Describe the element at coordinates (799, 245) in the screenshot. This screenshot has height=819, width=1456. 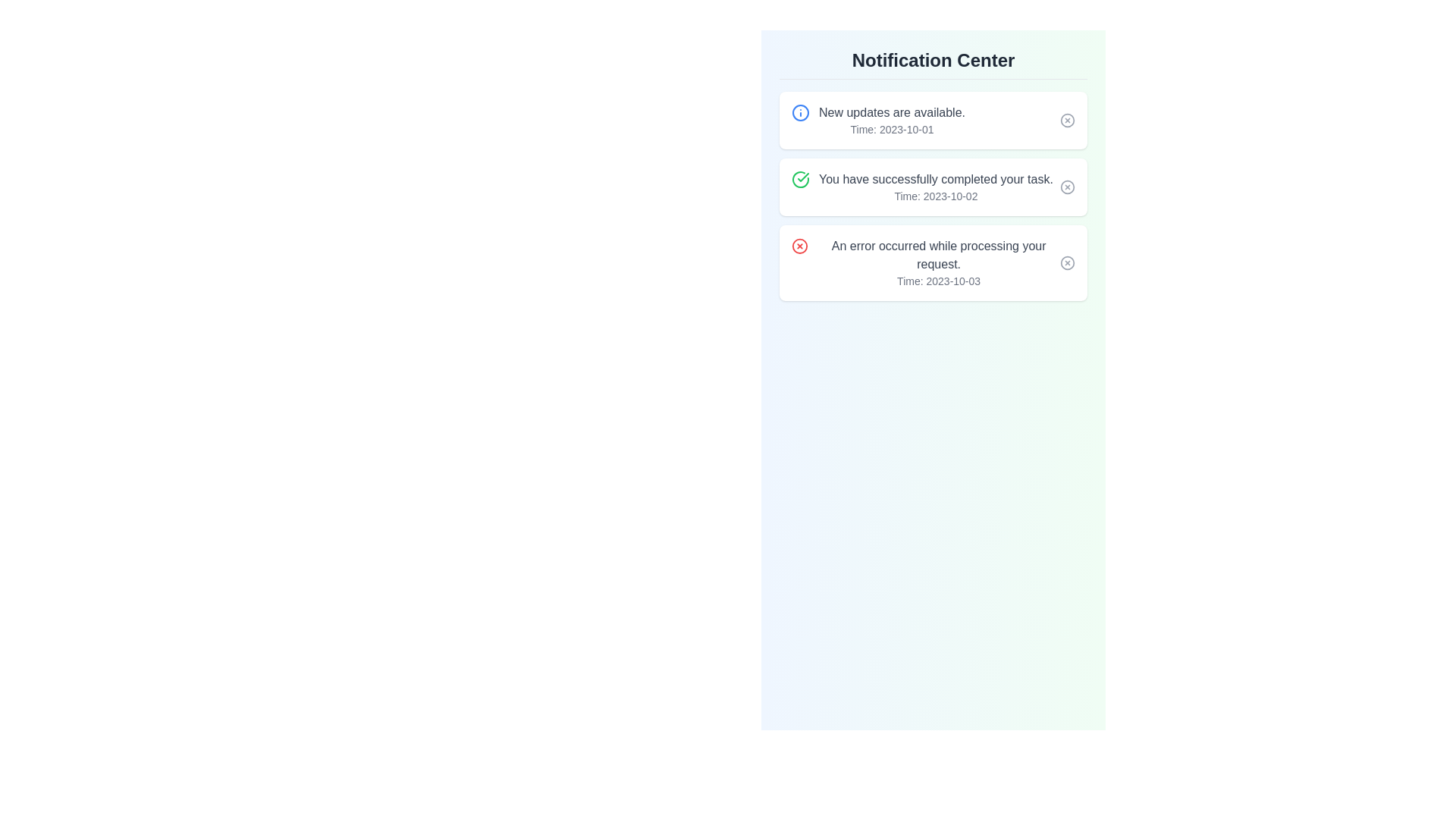
I see `the error notification icon located in the third notification card from the top, positioned near the top-left corner of the card` at that location.